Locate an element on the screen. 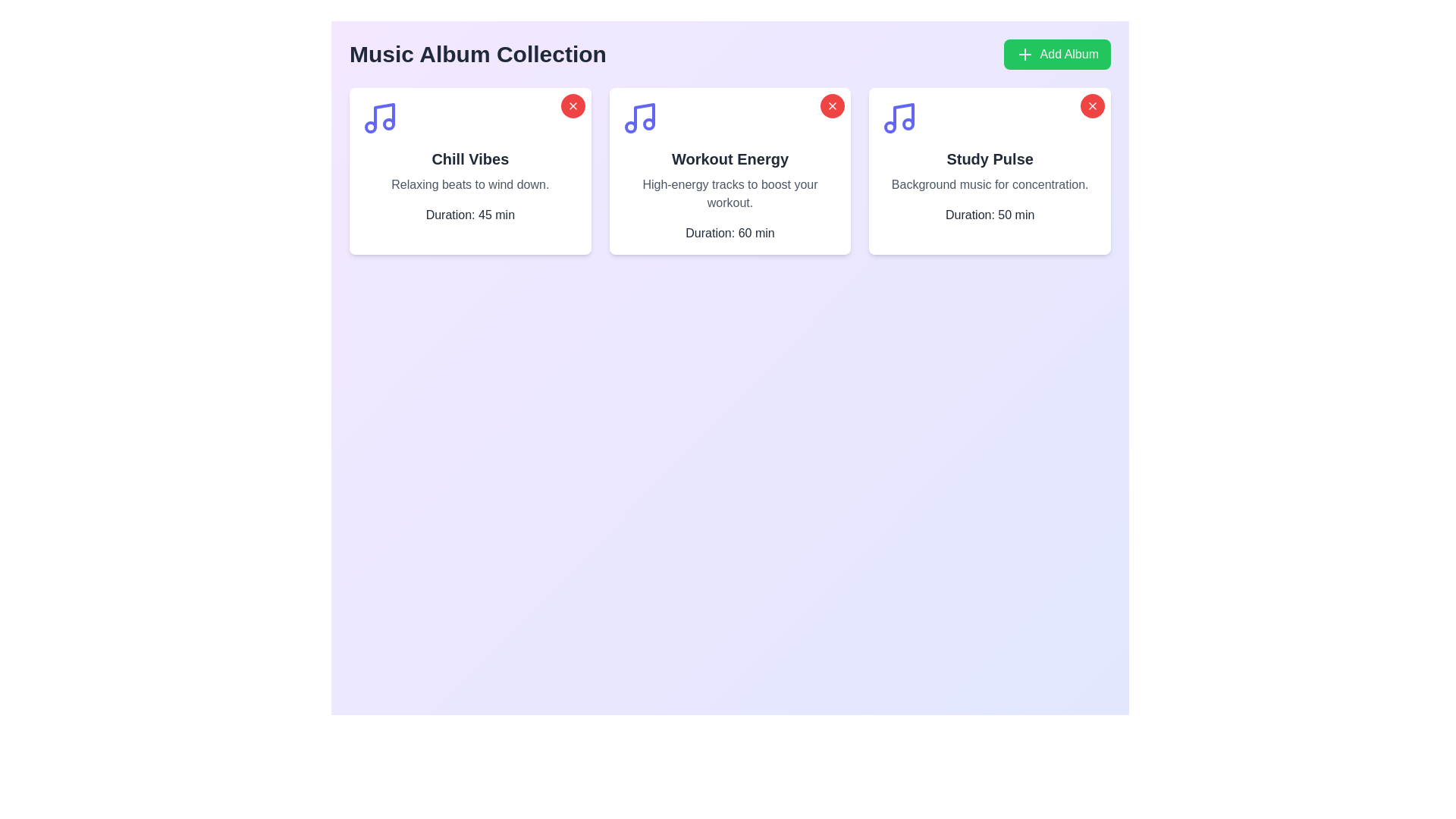 The width and height of the screenshot is (1456, 819). the bold text label that reads 'Music Album Collection', prominently displayed at the top of the interface is located at coordinates (477, 54).